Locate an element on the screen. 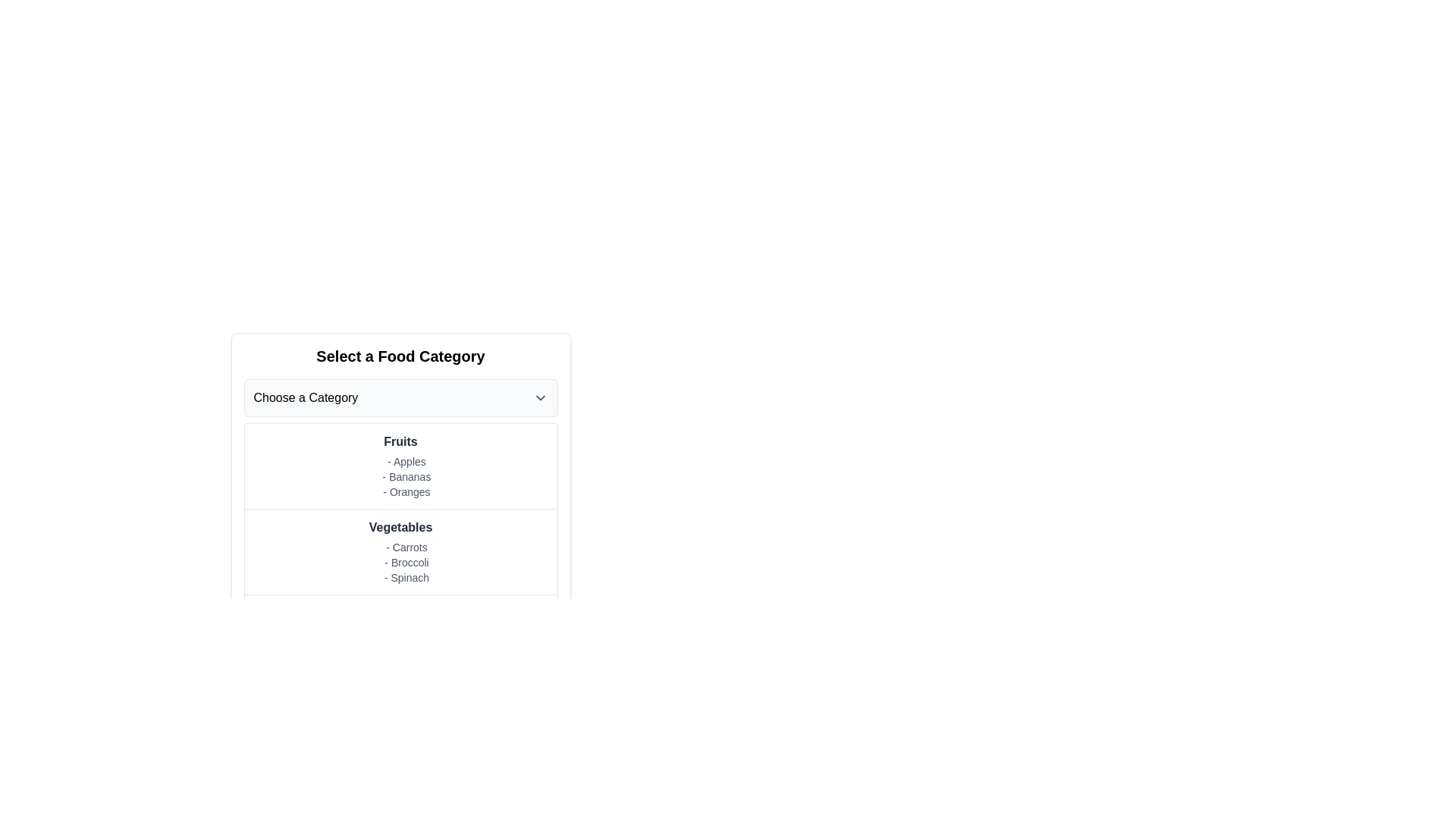 The height and width of the screenshot is (819, 1456). the 'Choose a Category' text label within the drop-down menu to interact with the menu is located at coordinates (305, 397).